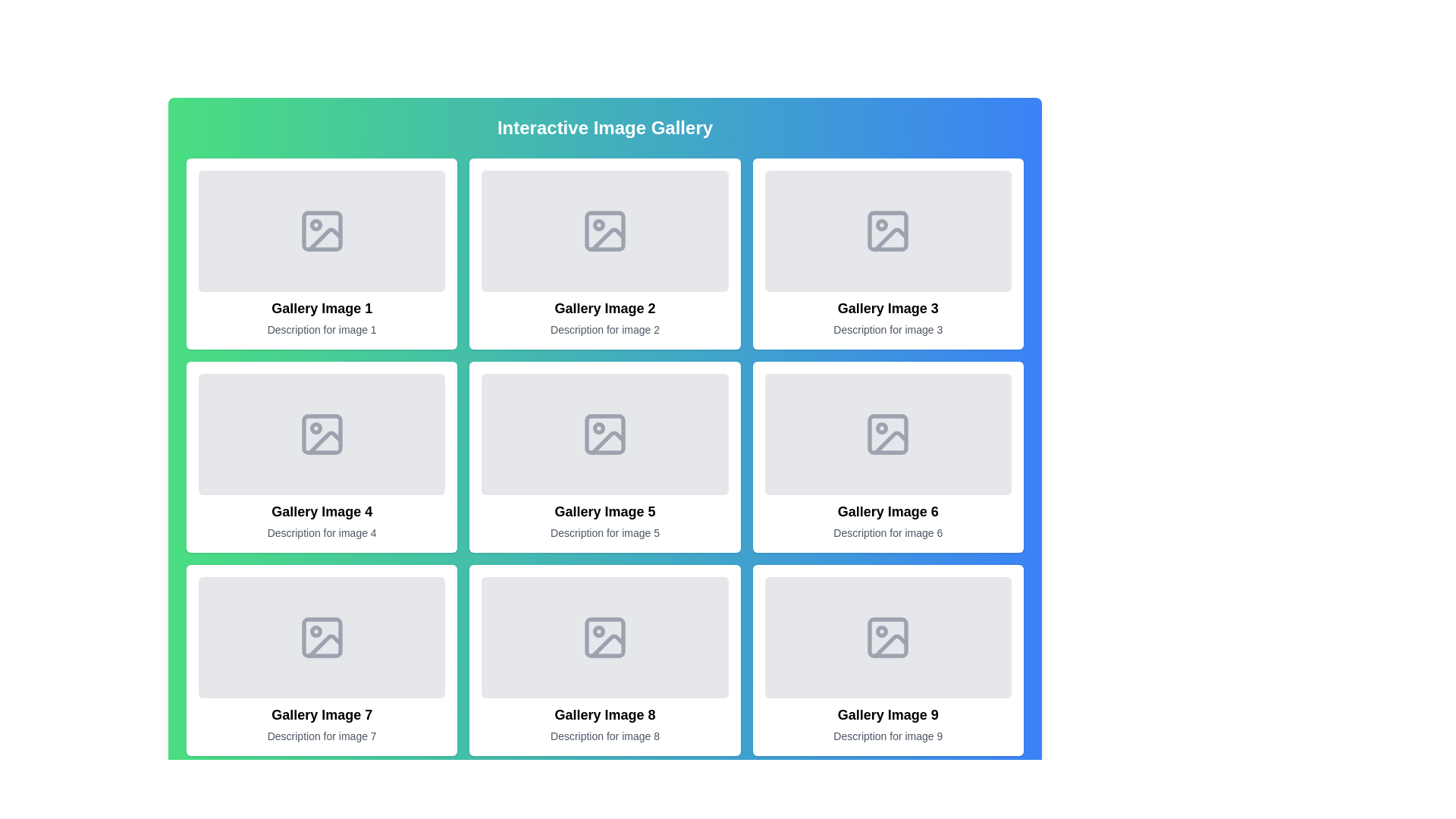 The height and width of the screenshot is (819, 1456). Describe the element at coordinates (604, 435) in the screenshot. I see `the image placeholder icon located in the fifth box of the image gallery, specifically in the second row and second column of the grid layout` at that location.